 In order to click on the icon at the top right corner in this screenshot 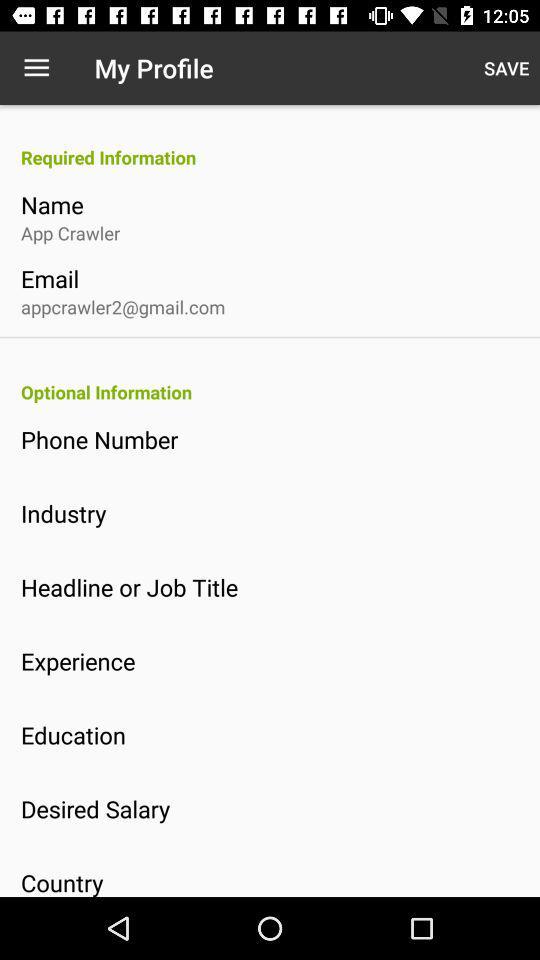, I will do `click(505, 68)`.